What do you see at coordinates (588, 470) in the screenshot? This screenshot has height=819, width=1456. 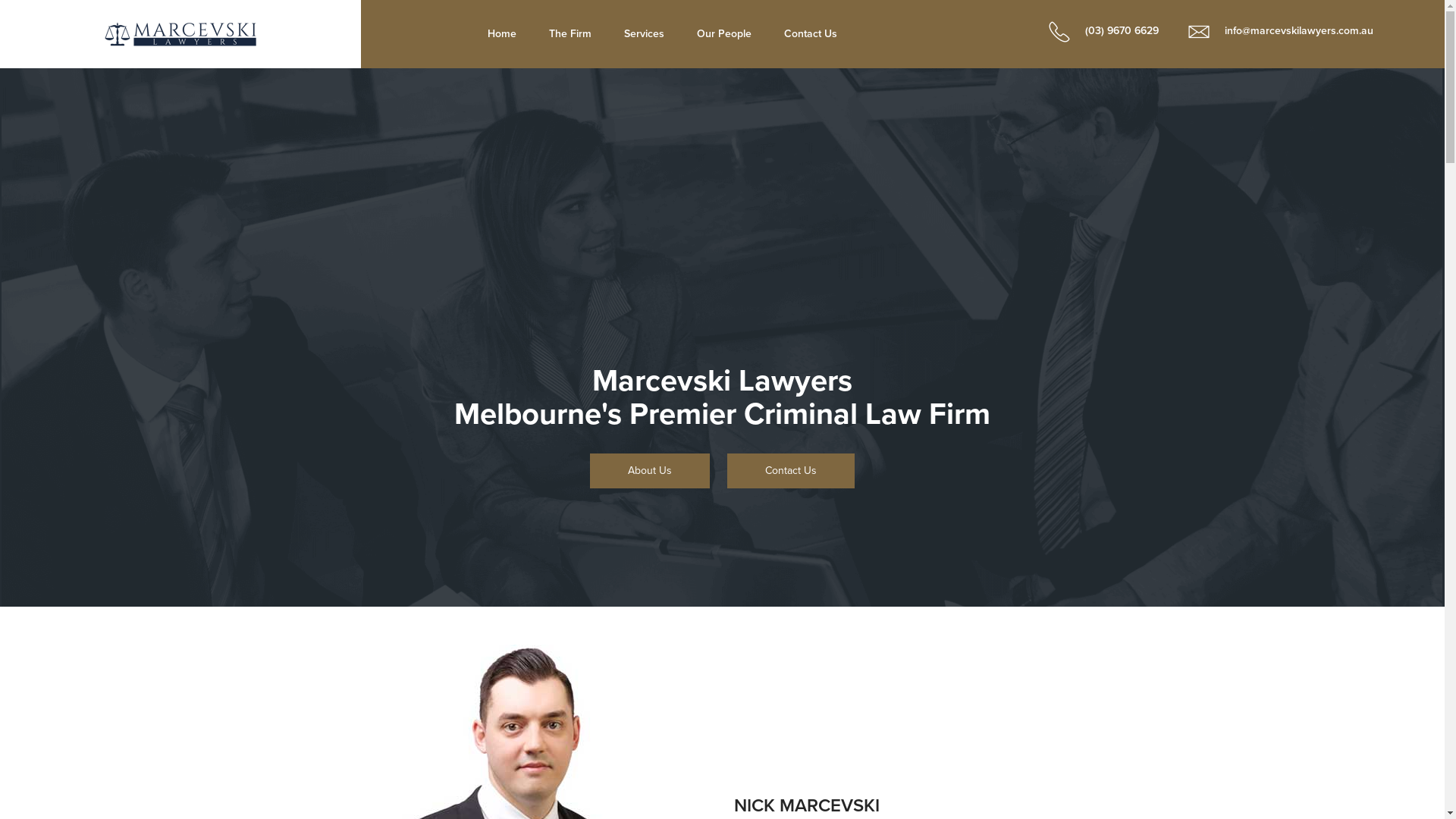 I see `'About Us'` at bounding box center [588, 470].